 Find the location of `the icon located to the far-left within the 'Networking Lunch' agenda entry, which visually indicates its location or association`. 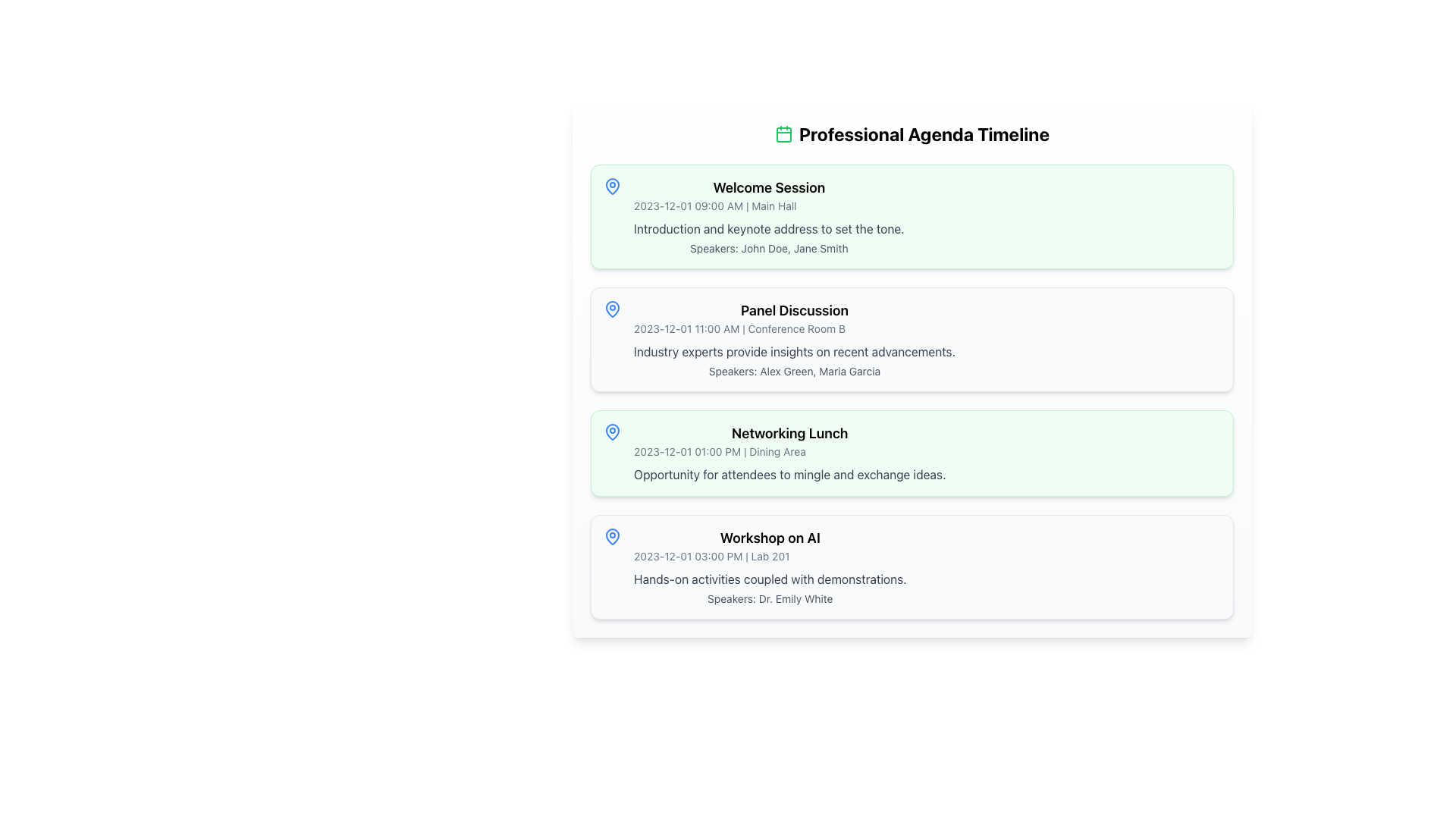

the icon located to the far-left within the 'Networking Lunch' agenda entry, which visually indicates its location or association is located at coordinates (612, 431).